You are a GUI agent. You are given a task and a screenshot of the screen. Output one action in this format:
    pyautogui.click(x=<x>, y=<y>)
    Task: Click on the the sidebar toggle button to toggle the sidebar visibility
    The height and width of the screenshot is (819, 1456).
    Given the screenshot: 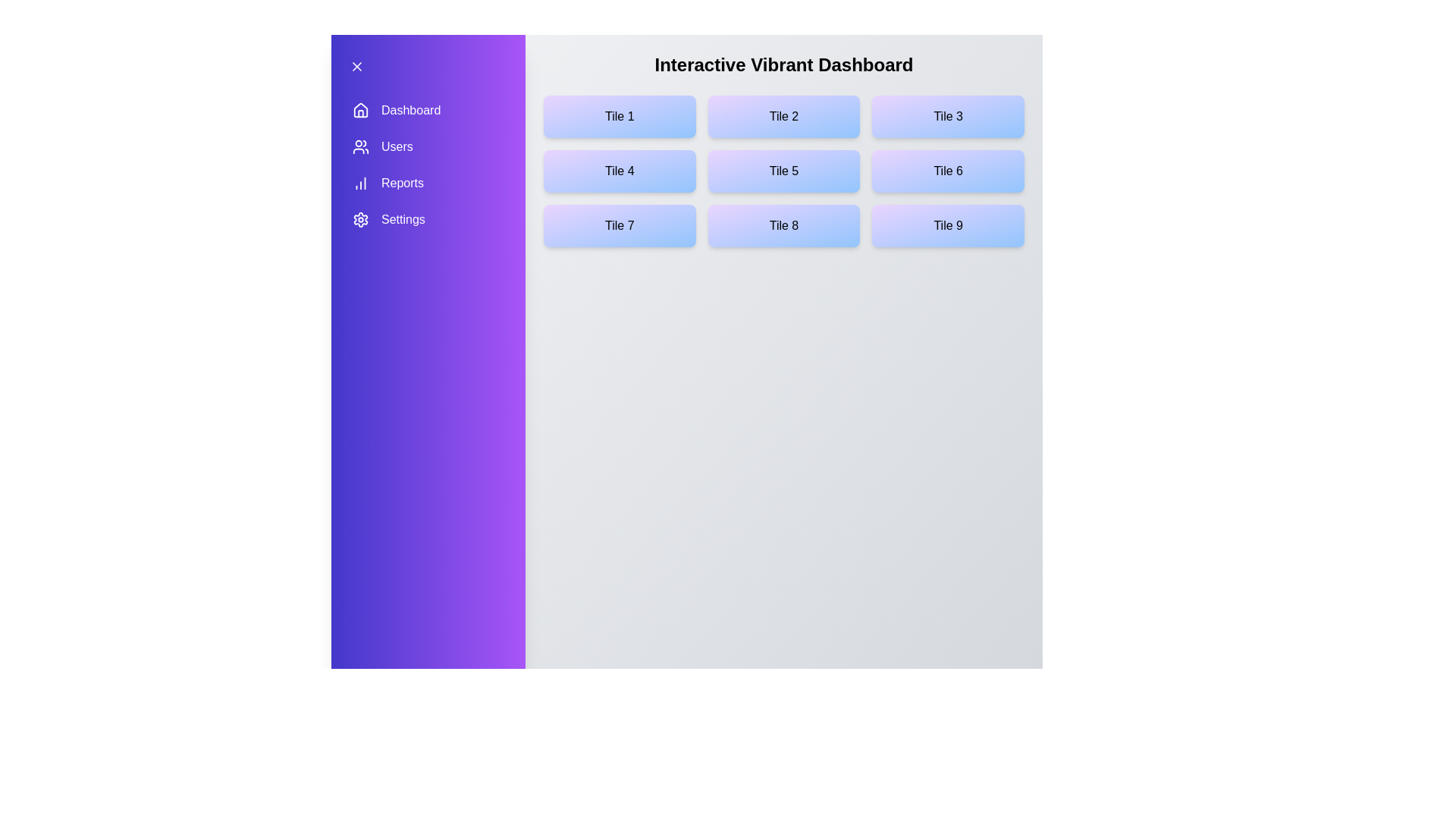 What is the action you would take?
    pyautogui.click(x=428, y=66)
    